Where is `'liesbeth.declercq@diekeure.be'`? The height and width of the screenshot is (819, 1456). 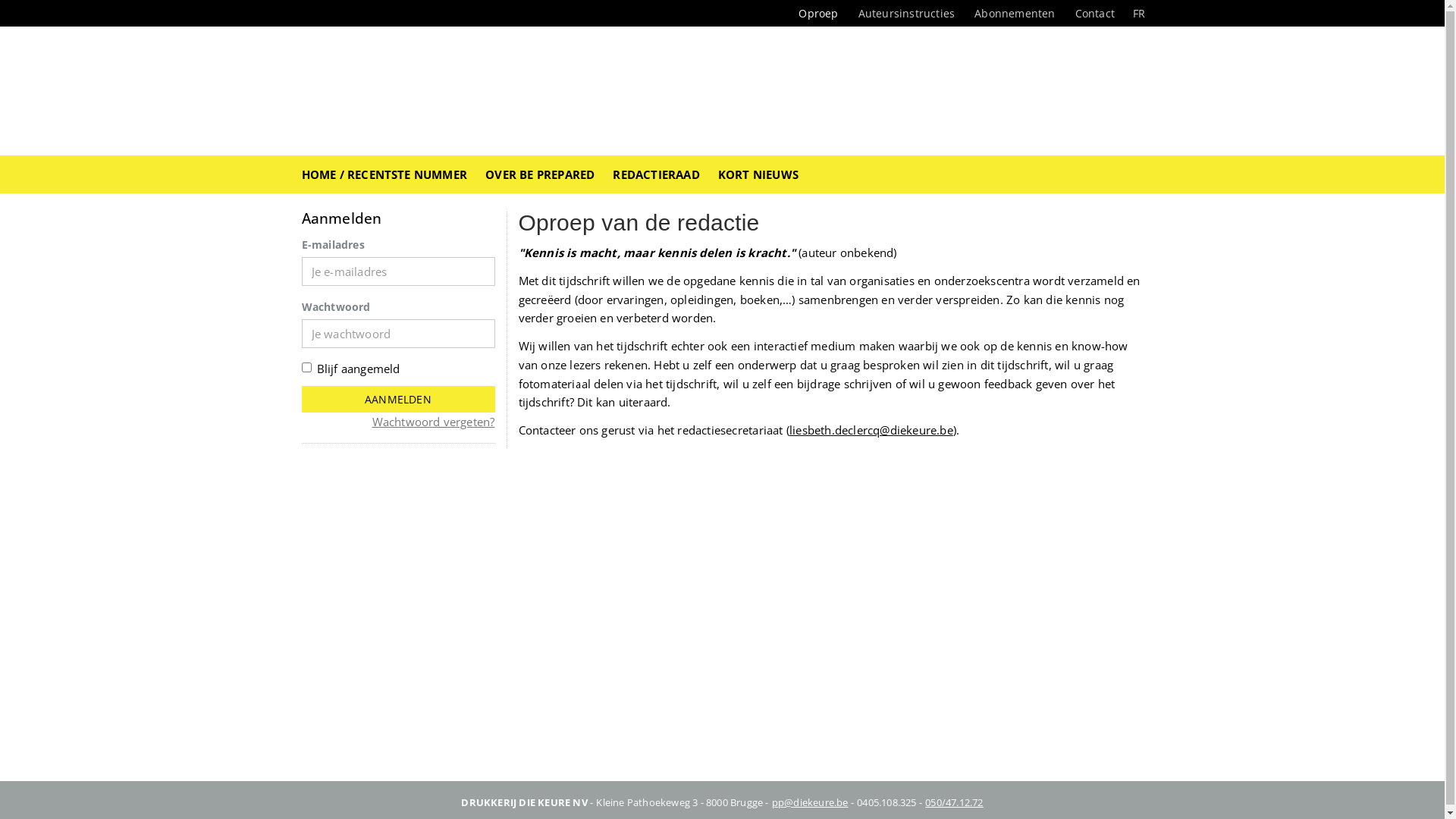 'liesbeth.declercq@diekeure.be' is located at coordinates (871, 430).